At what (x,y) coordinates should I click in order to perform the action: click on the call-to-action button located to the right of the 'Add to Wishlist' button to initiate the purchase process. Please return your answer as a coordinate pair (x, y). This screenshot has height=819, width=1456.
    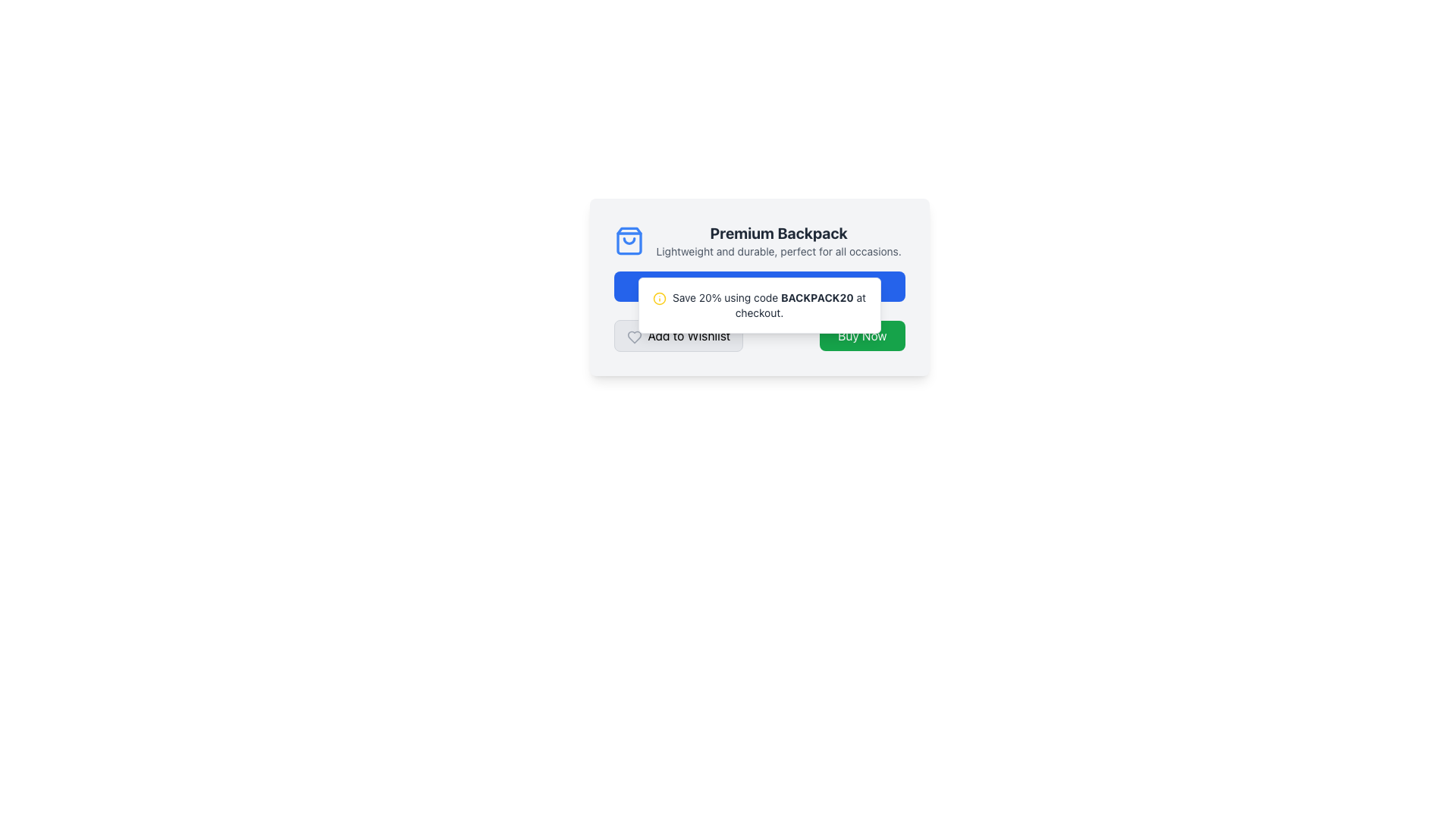
    Looking at the image, I should click on (862, 335).